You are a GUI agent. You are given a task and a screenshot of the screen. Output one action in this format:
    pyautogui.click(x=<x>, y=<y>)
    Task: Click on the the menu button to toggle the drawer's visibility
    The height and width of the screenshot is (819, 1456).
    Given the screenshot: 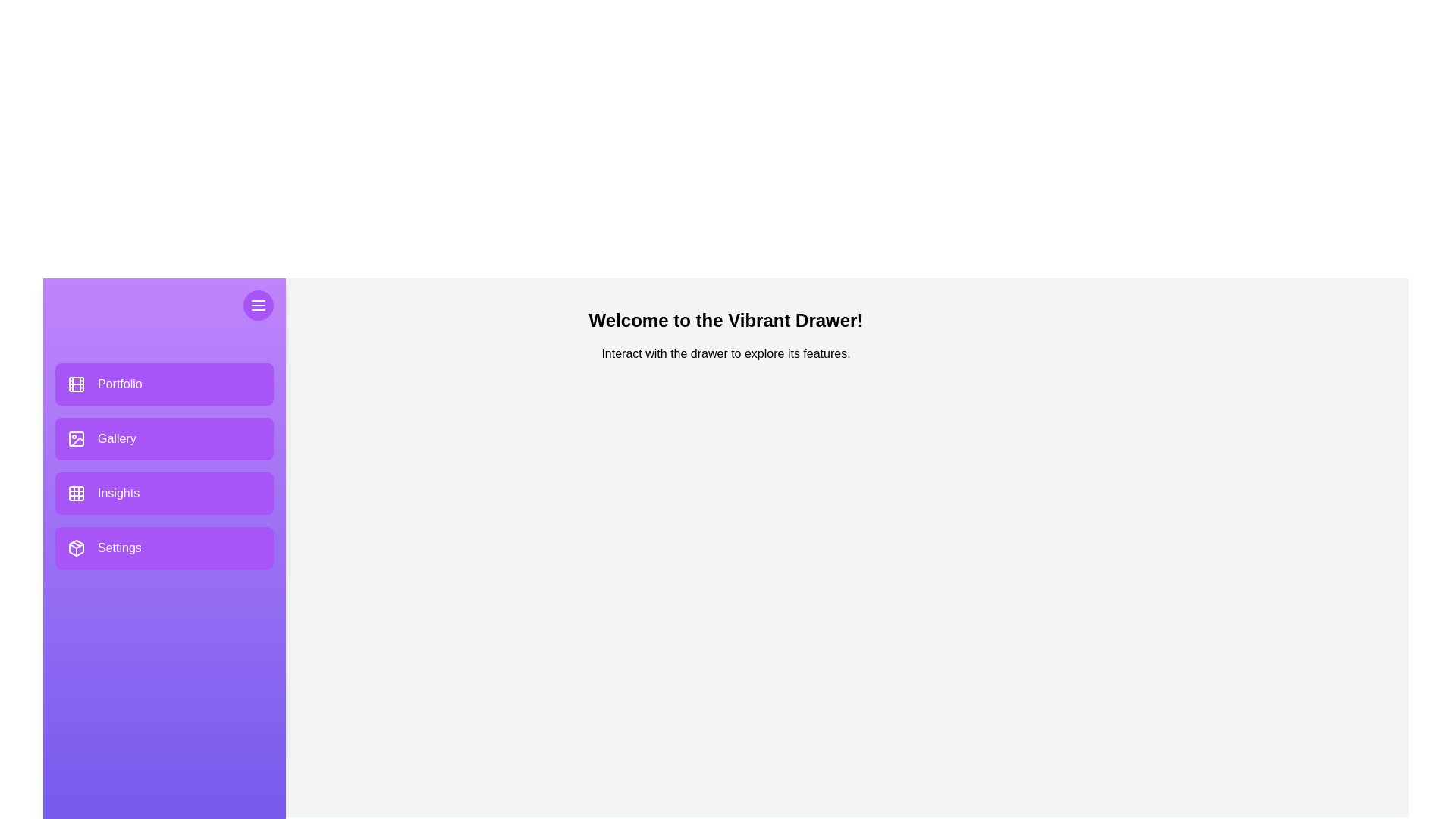 What is the action you would take?
    pyautogui.click(x=258, y=305)
    